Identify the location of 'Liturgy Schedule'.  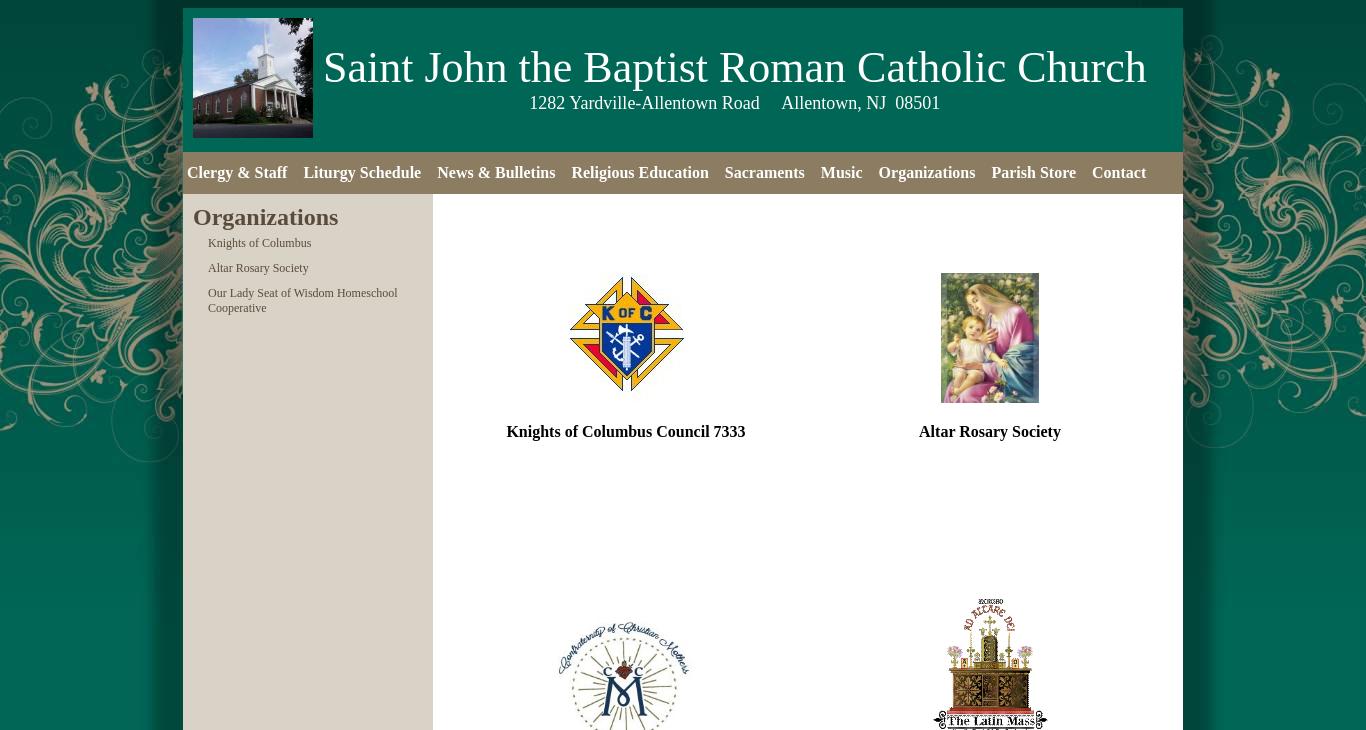
(360, 171).